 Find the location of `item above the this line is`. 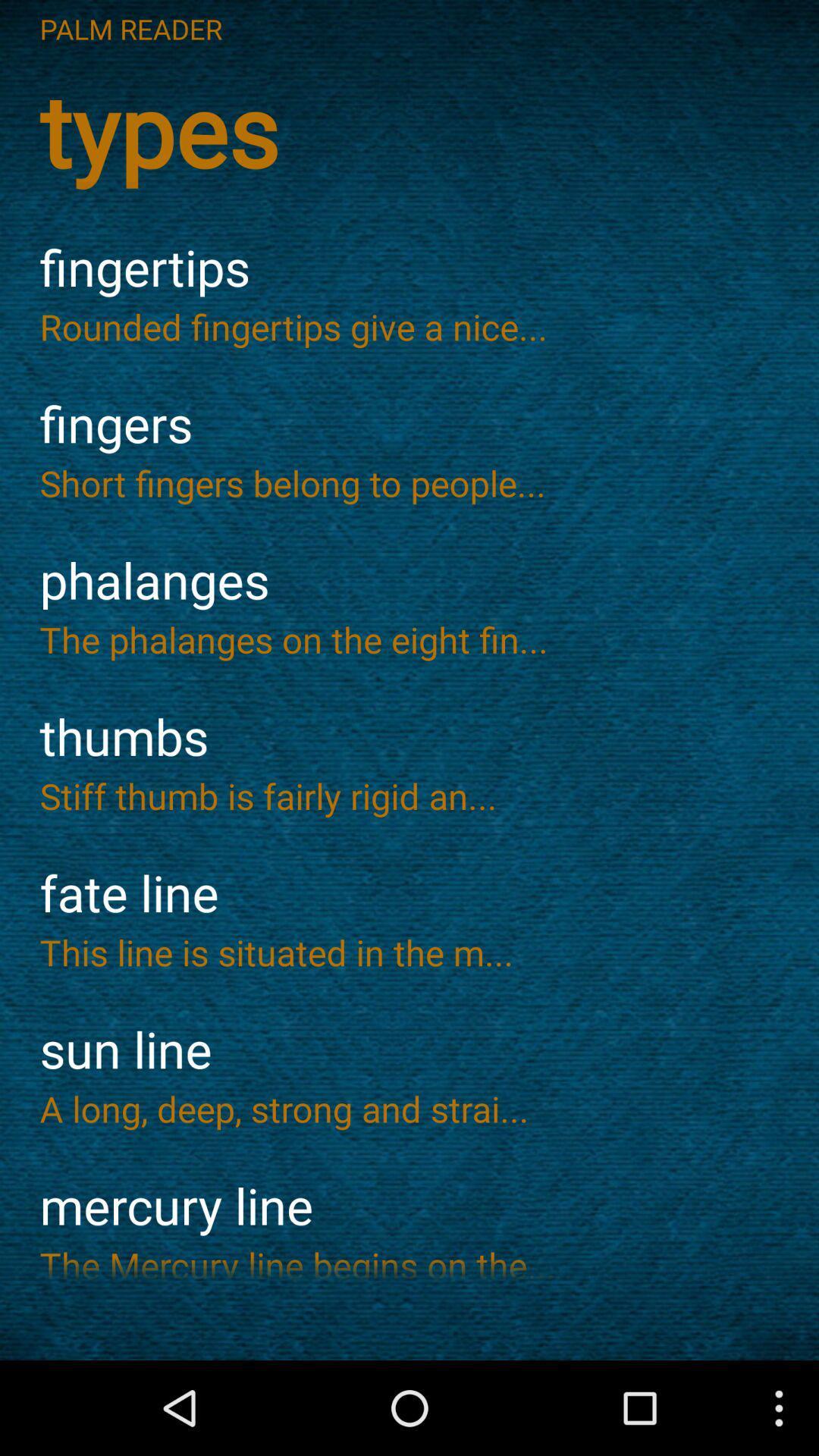

item above the this line is is located at coordinates (409, 893).